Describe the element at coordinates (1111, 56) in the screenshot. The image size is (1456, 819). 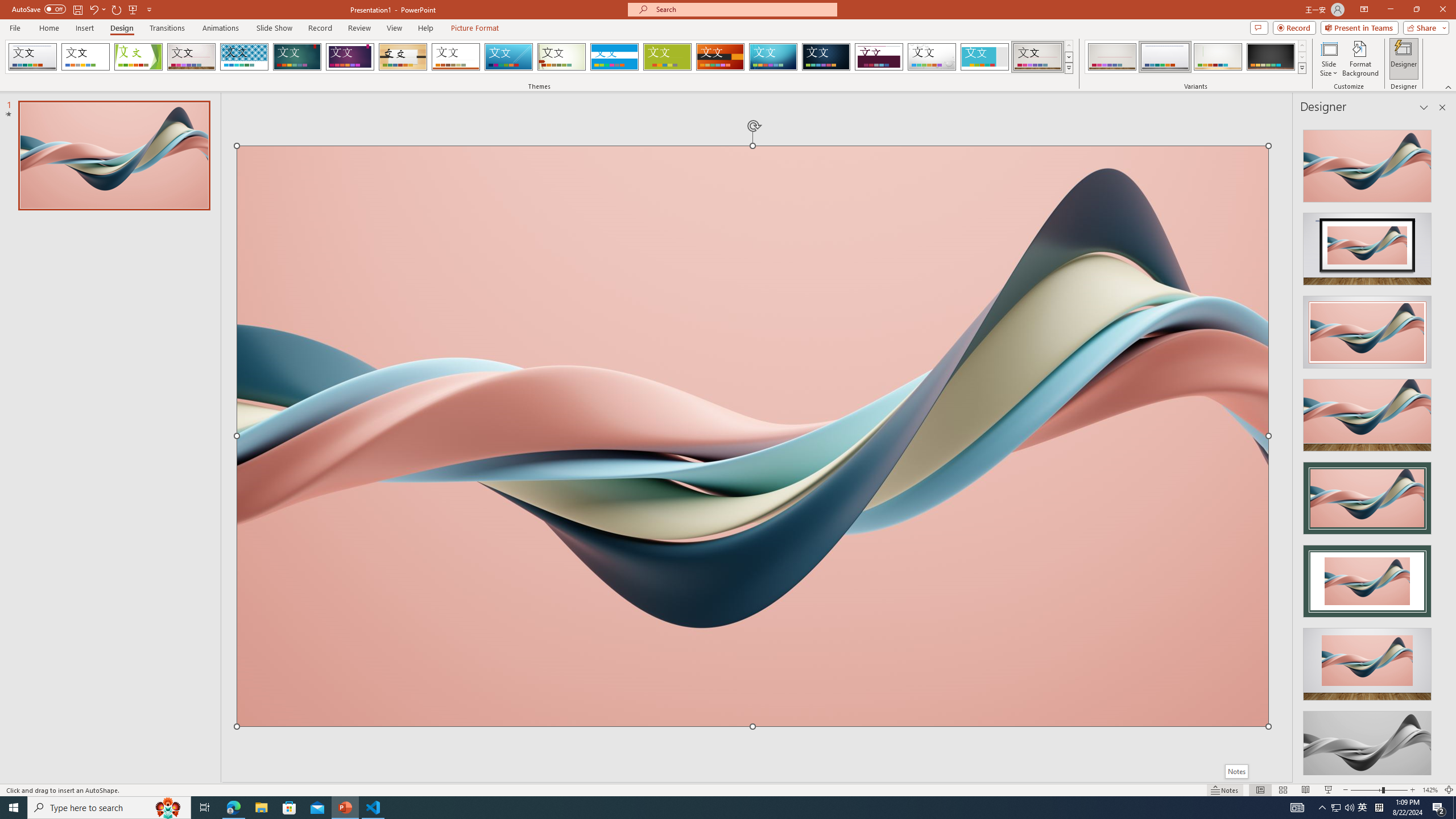
I see `'Gallery Variant 1'` at that location.